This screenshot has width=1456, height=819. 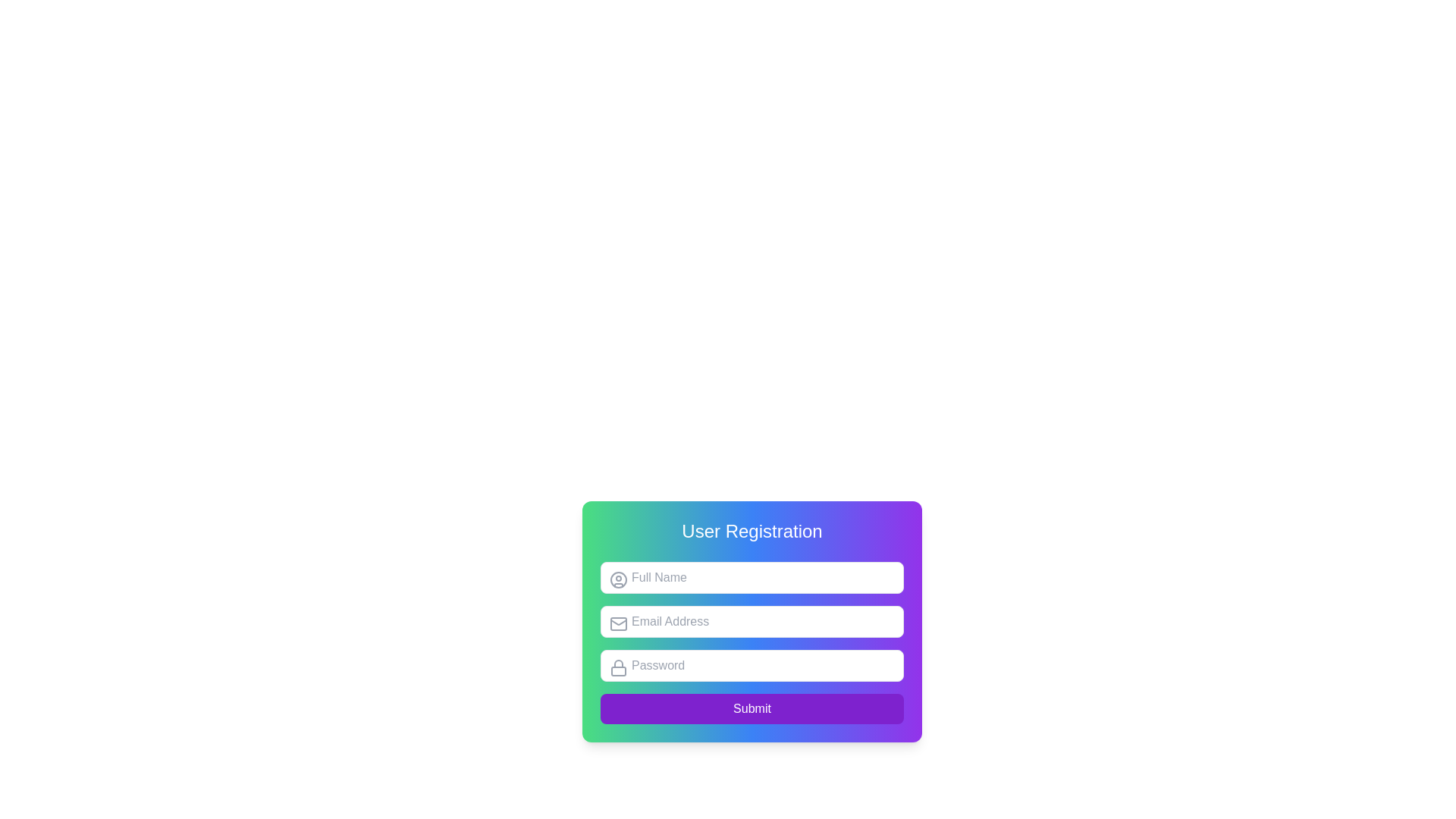 What do you see at coordinates (619, 670) in the screenshot?
I see `the decorative rectangular shape with rounded corners within the SVG graphic of the lock icon, which is part of the secured password input representation` at bounding box center [619, 670].